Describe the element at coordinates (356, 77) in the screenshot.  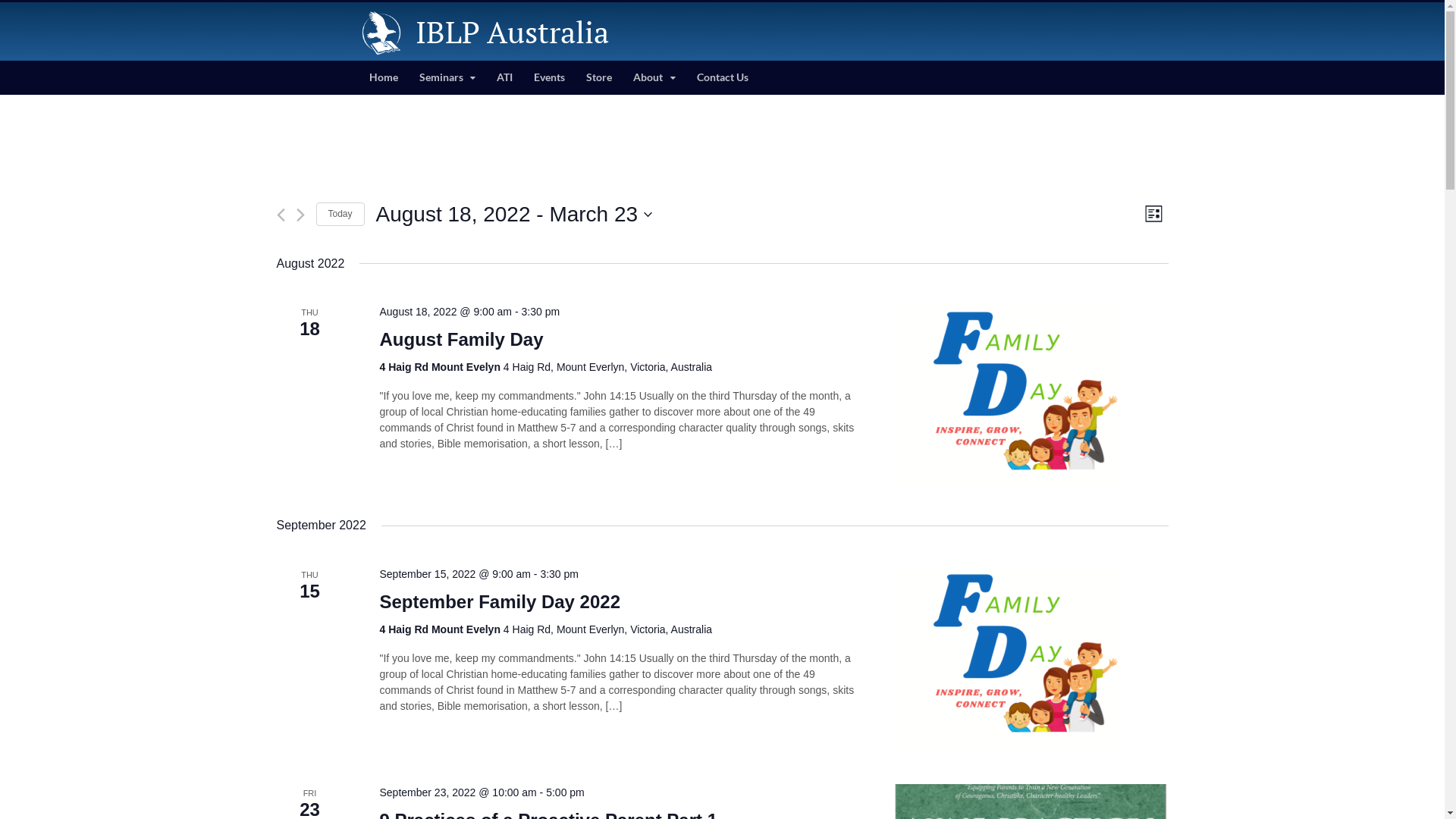
I see `'Home'` at that location.